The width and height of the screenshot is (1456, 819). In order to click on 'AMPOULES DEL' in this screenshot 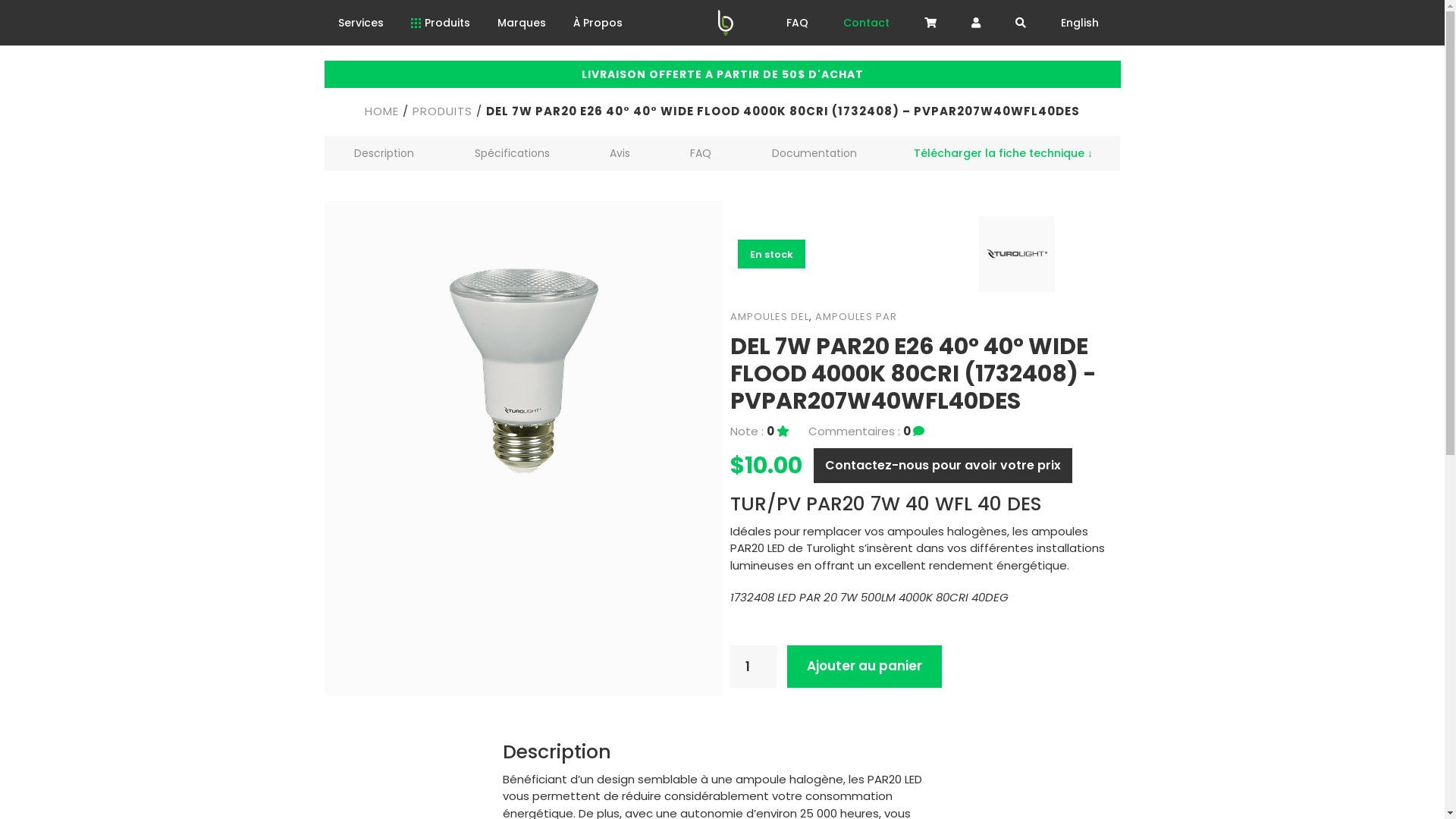, I will do `click(768, 315)`.